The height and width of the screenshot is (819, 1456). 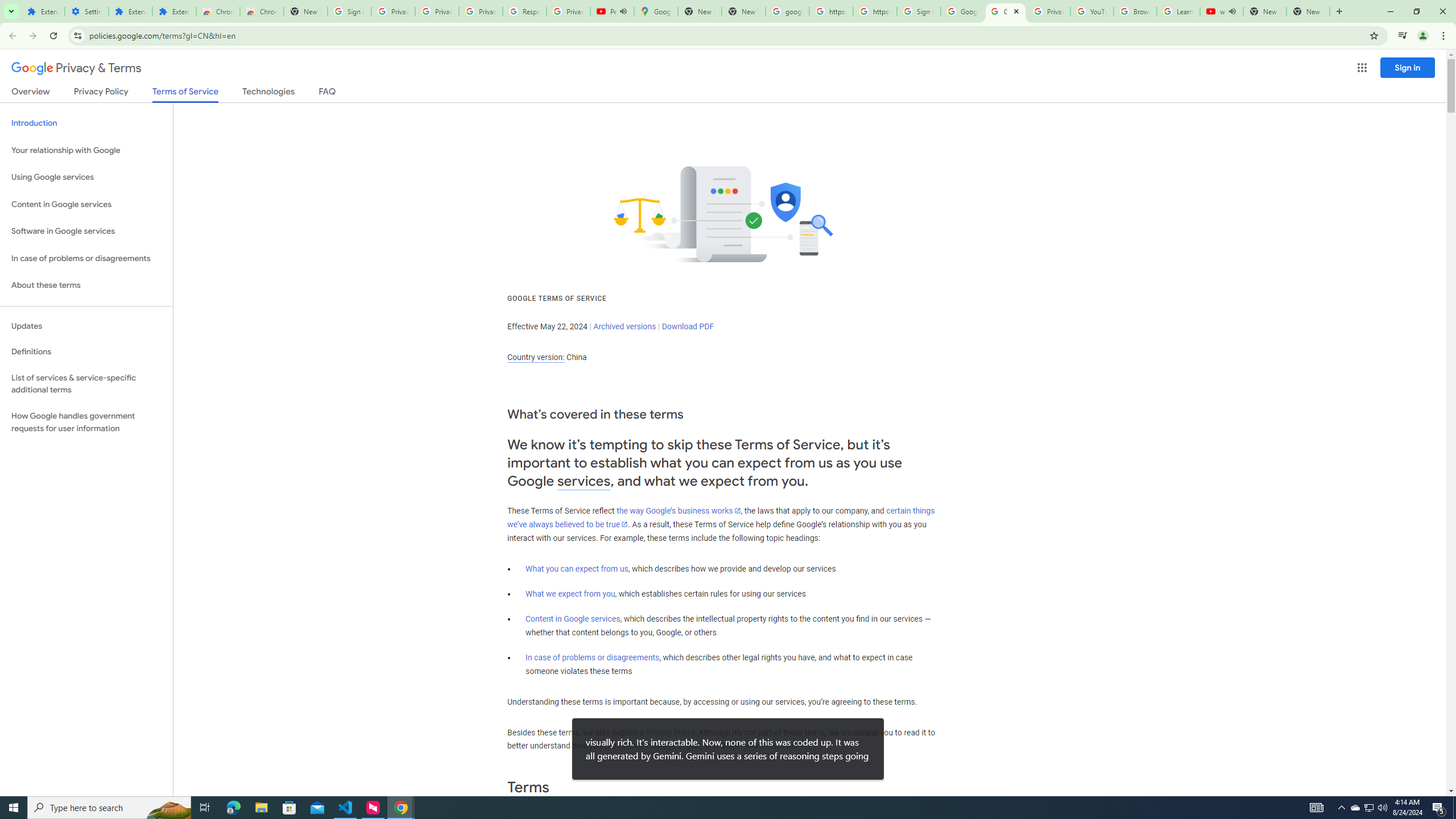 What do you see at coordinates (86, 11) in the screenshot?
I see `'Settings'` at bounding box center [86, 11].